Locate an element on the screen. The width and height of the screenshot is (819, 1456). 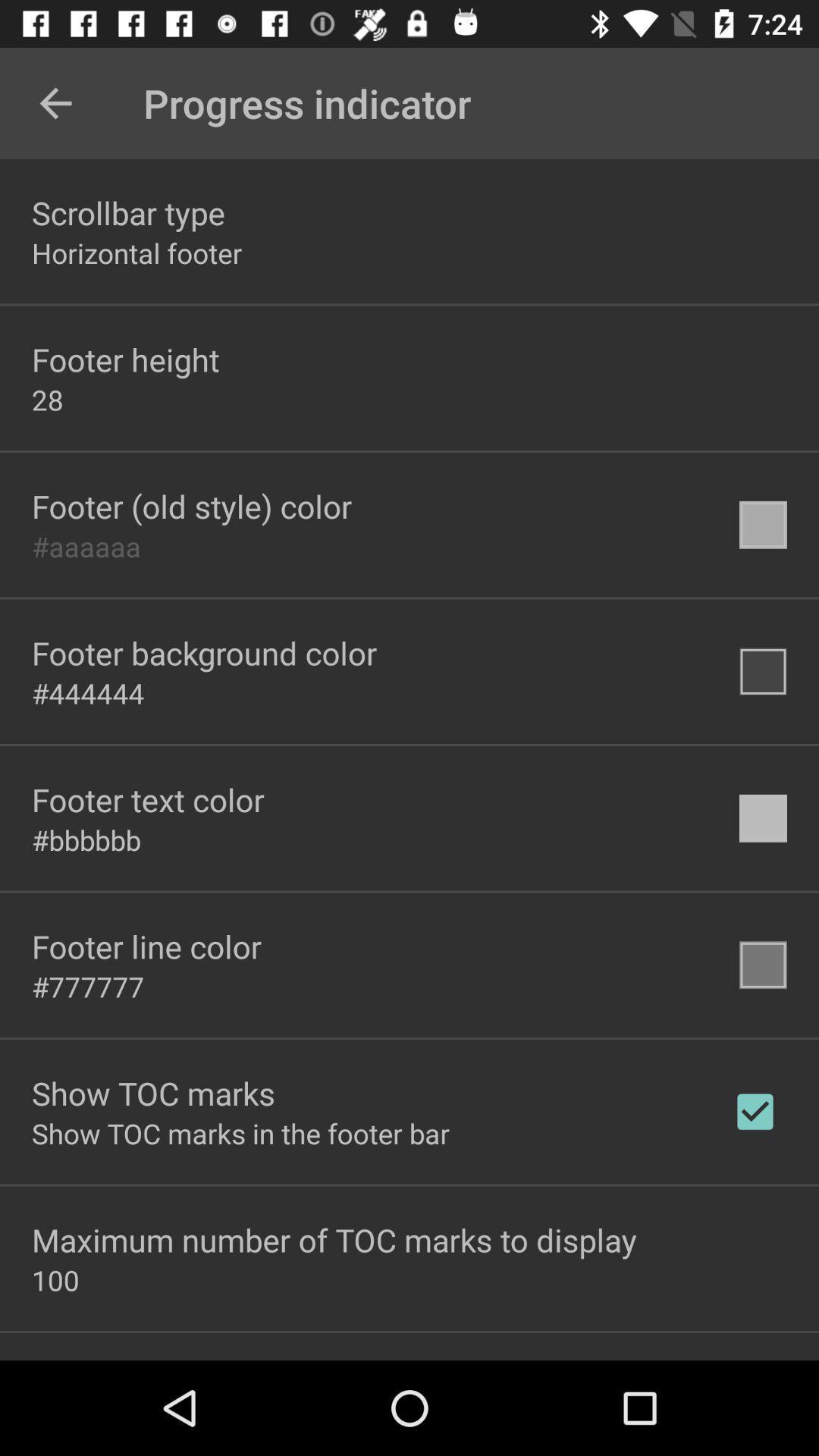
previous page is located at coordinates (55, 102).